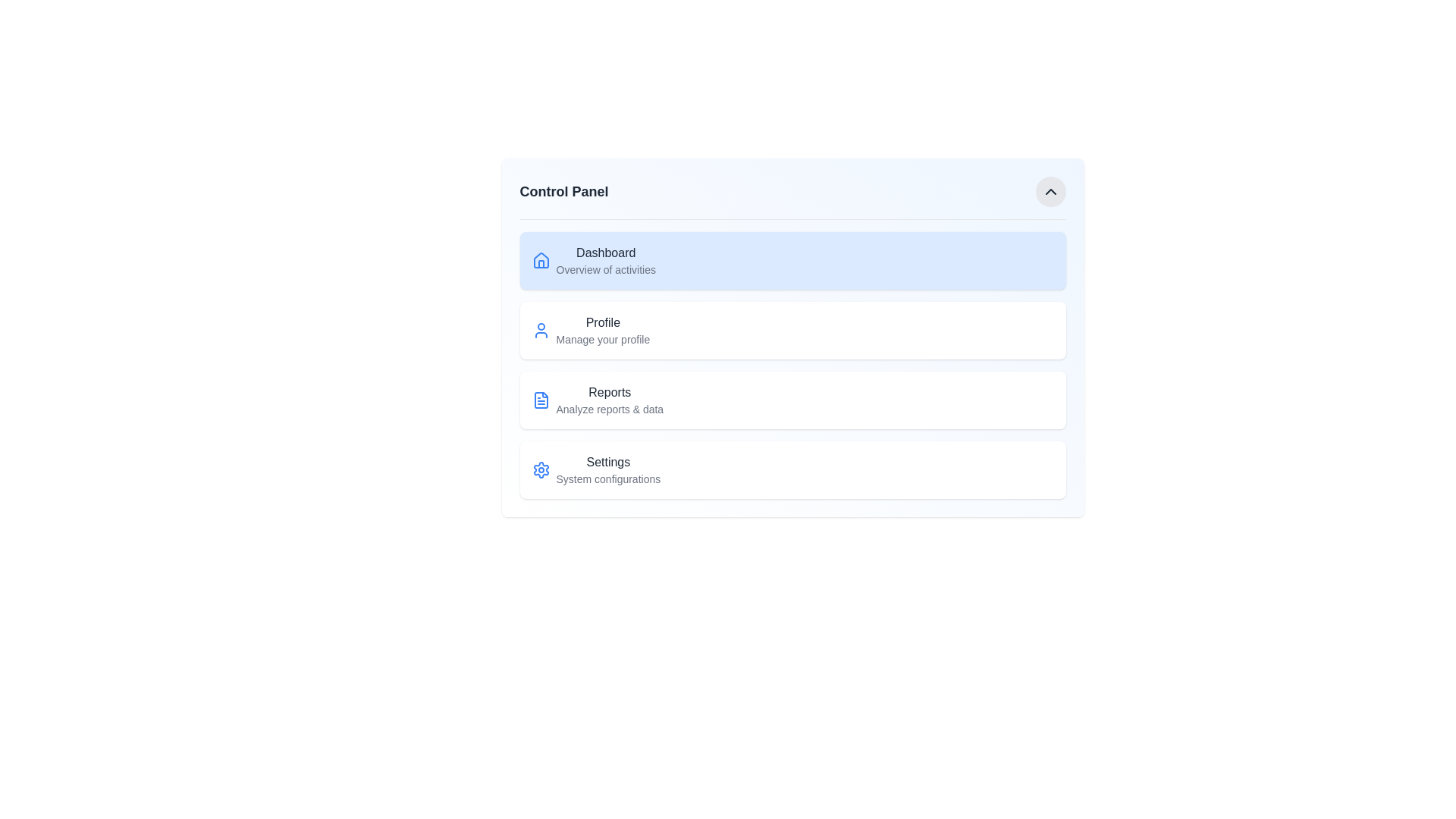  Describe the element at coordinates (602, 329) in the screenshot. I see `the 'Profile' menu item, which has a bold title and a subtitle` at that location.